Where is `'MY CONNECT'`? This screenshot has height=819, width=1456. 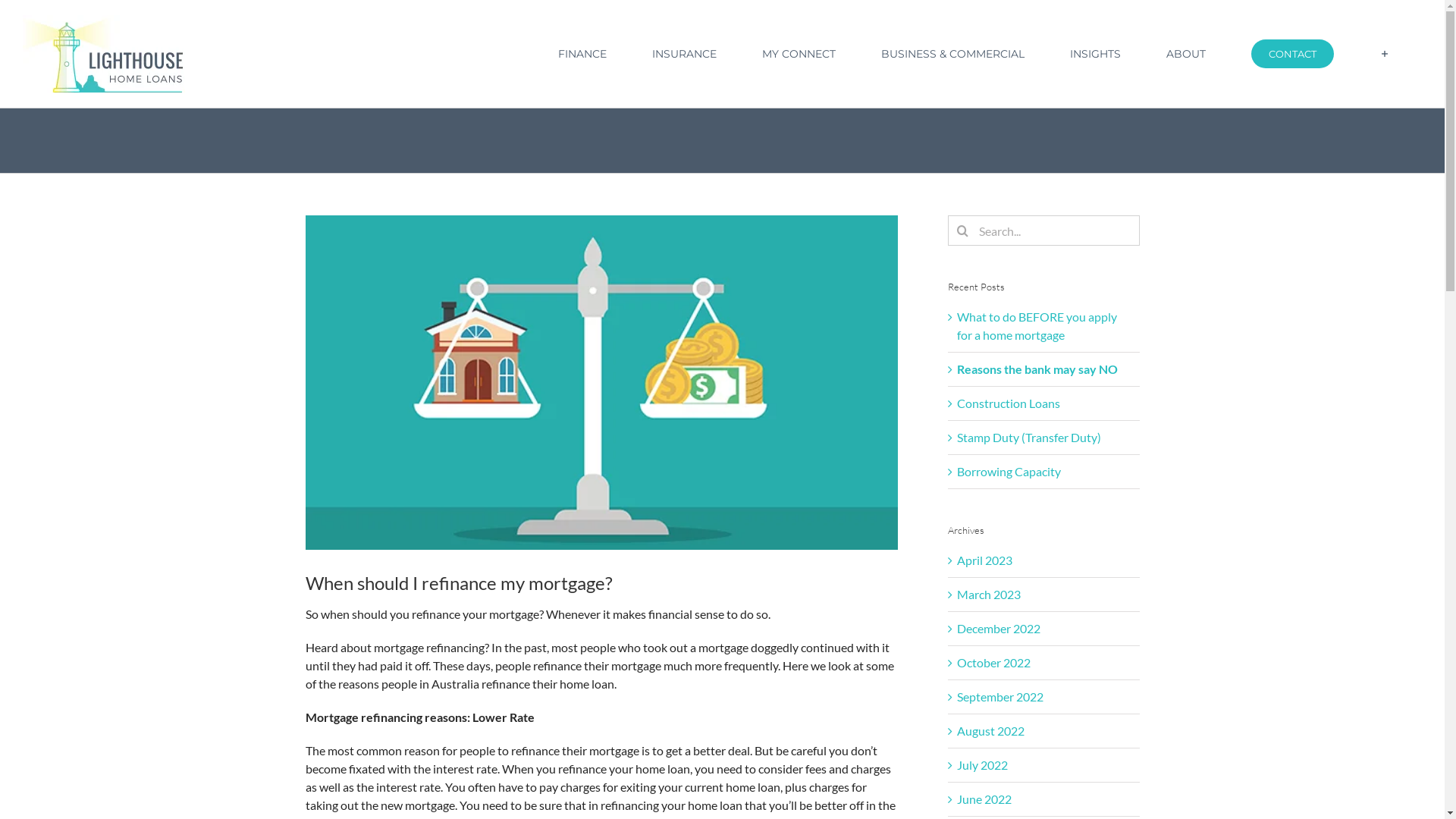
'MY CONNECT' is located at coordinates (797, 52).